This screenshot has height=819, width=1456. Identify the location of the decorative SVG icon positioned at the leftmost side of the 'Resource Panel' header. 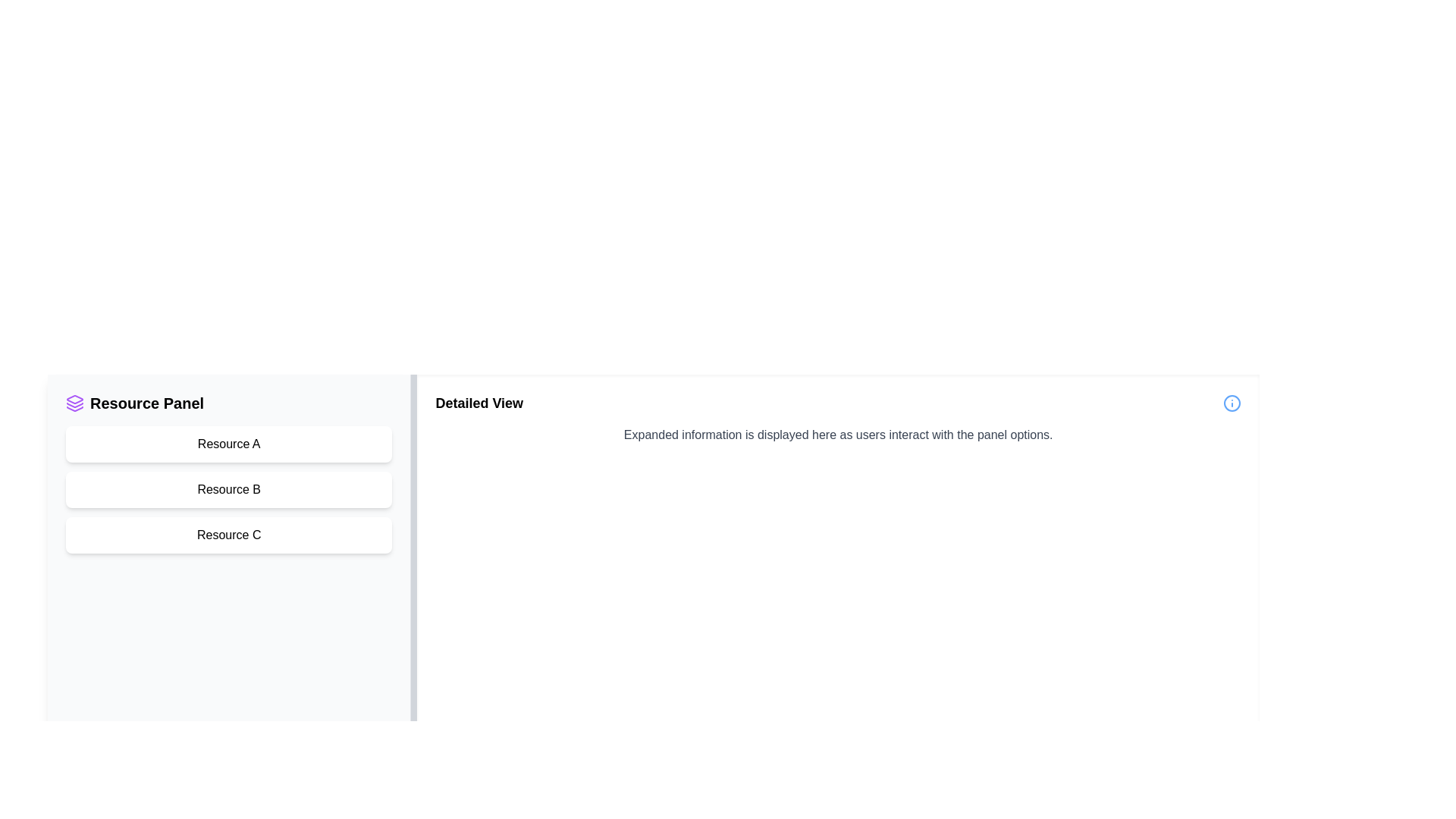
(74, 403).